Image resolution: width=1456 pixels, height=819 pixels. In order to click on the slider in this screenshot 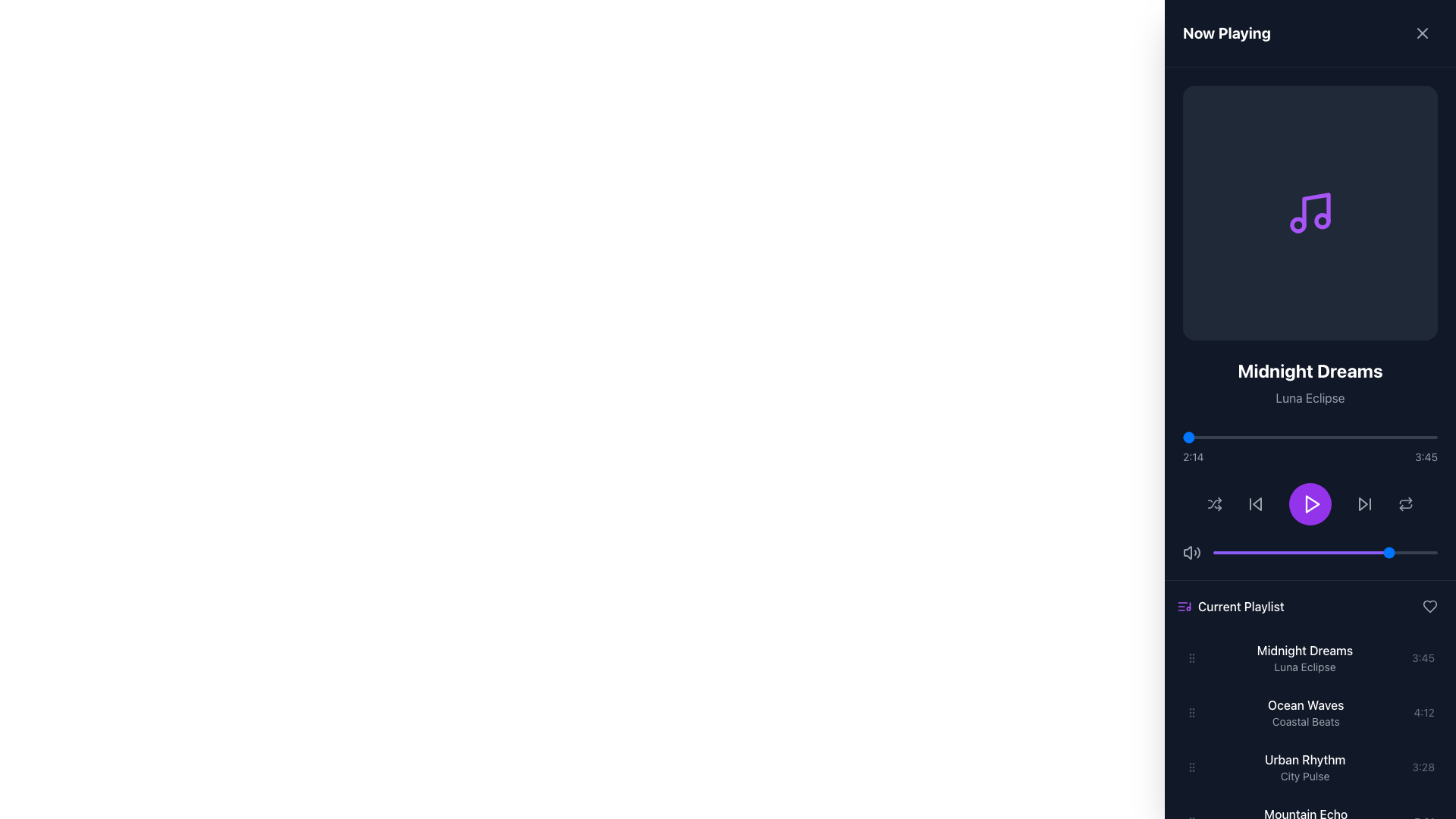, I will do `click(1260, 553)`.